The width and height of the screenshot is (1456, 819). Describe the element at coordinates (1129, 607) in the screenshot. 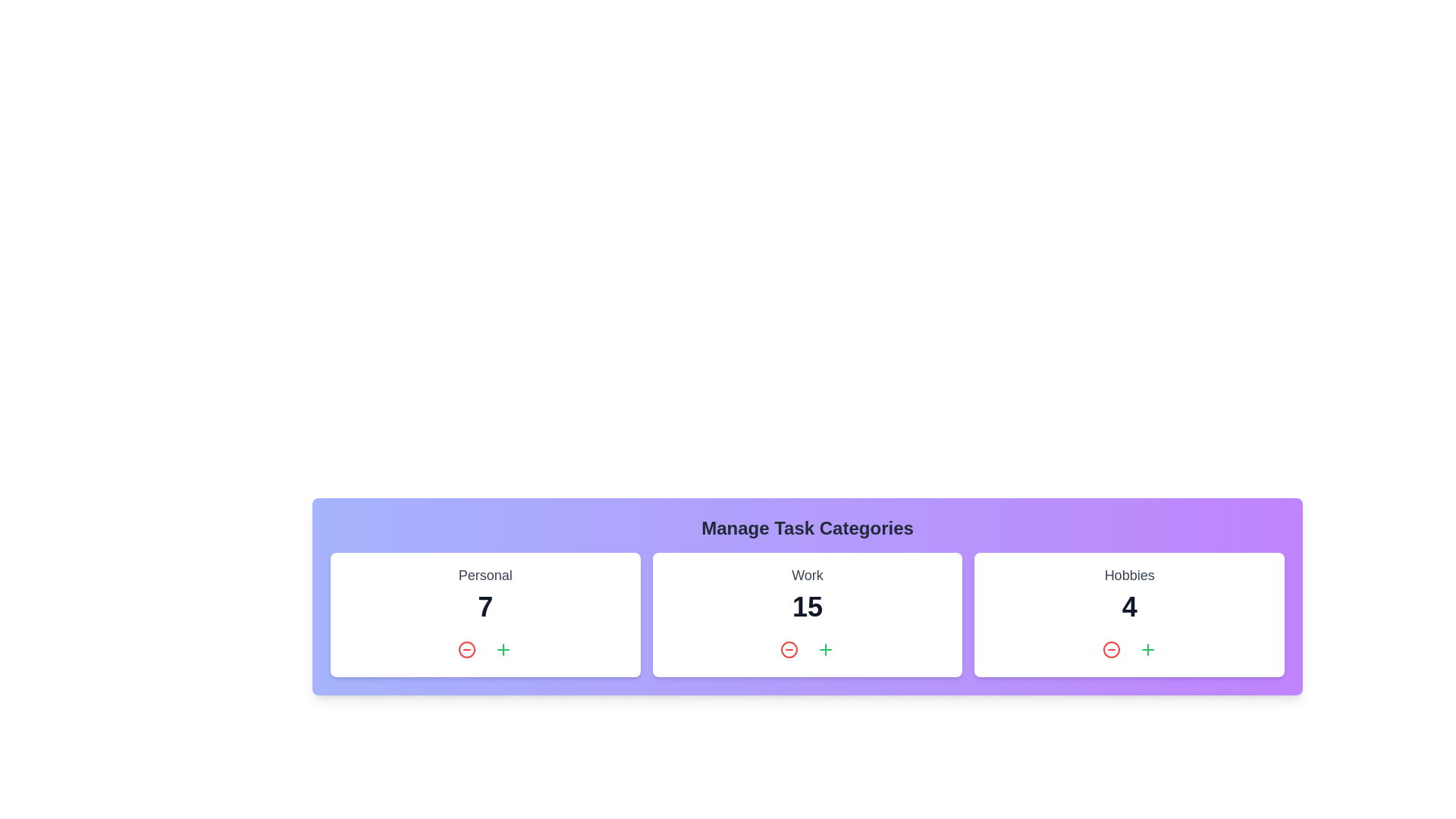

I see `the task count '4' of the 'Hobbies' category` at that location.